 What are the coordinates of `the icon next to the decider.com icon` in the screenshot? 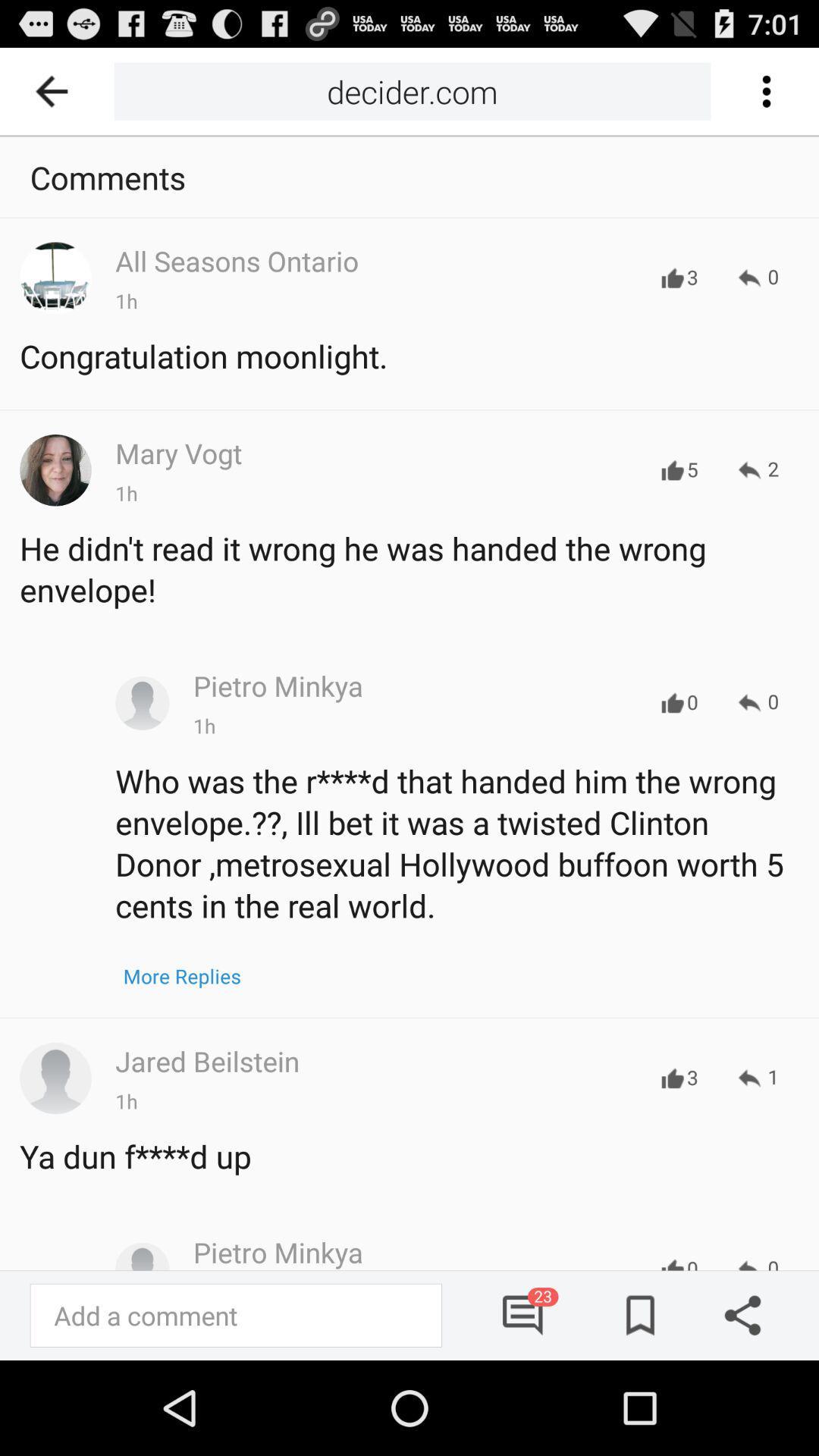 It's located at (56, 90).